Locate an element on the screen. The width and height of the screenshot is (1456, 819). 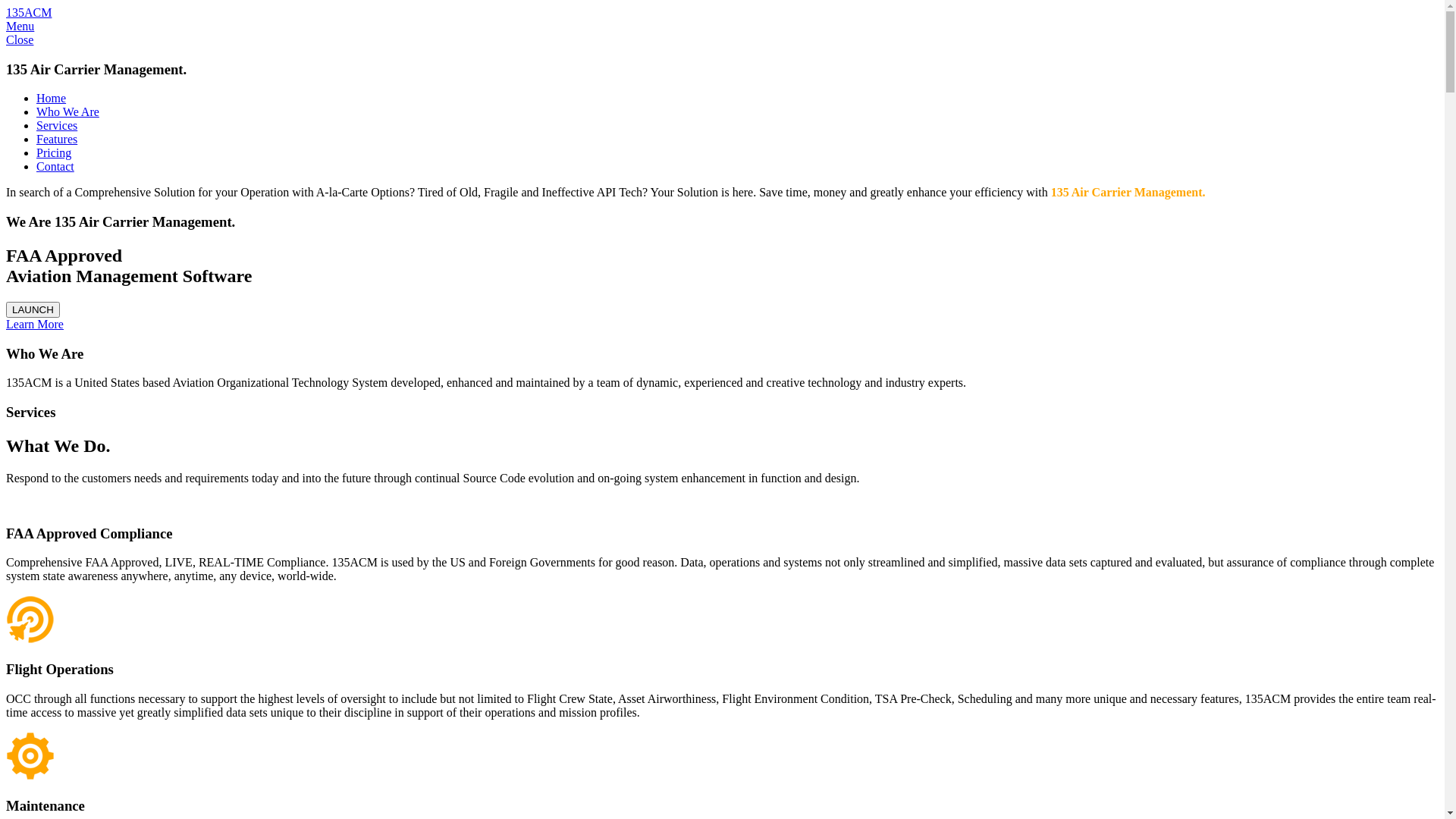
'LAUNCH' is located at coordinates (33, 309).